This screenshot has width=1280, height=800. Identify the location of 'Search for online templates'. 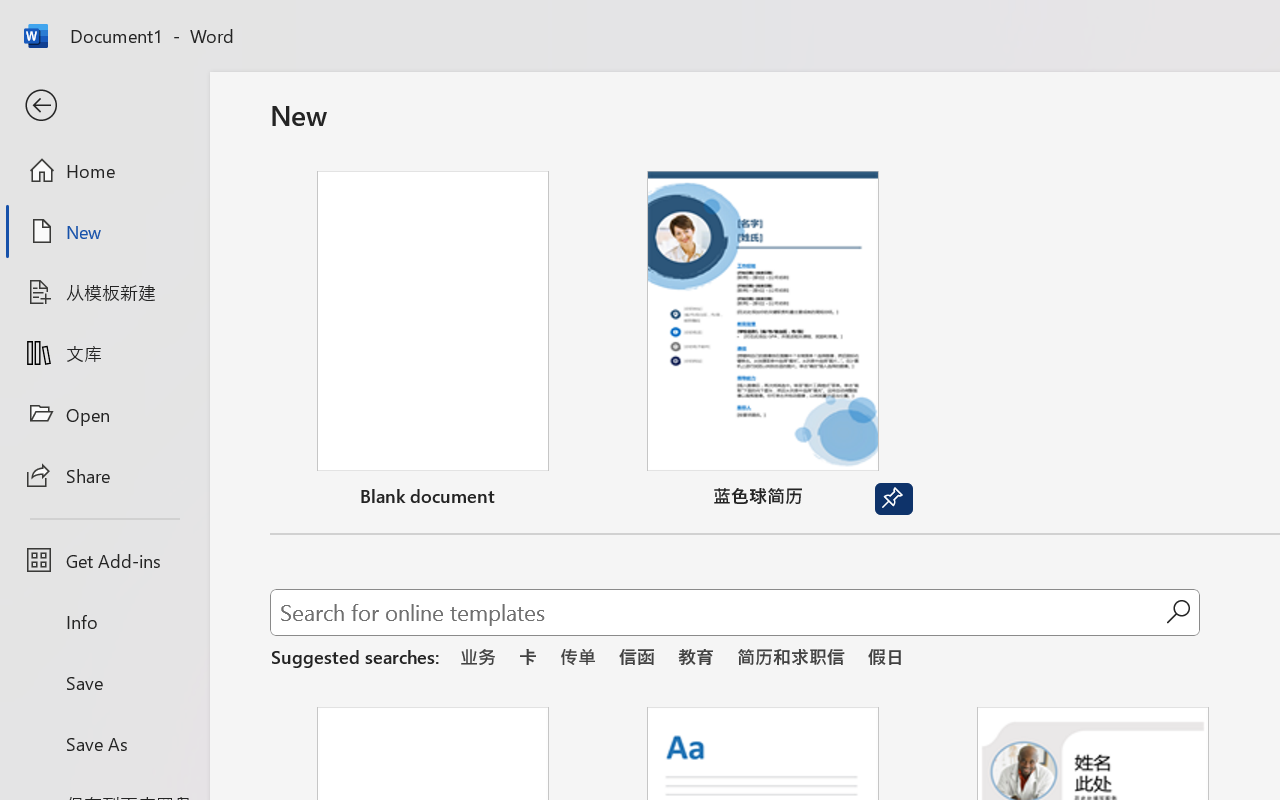
(718, 616).